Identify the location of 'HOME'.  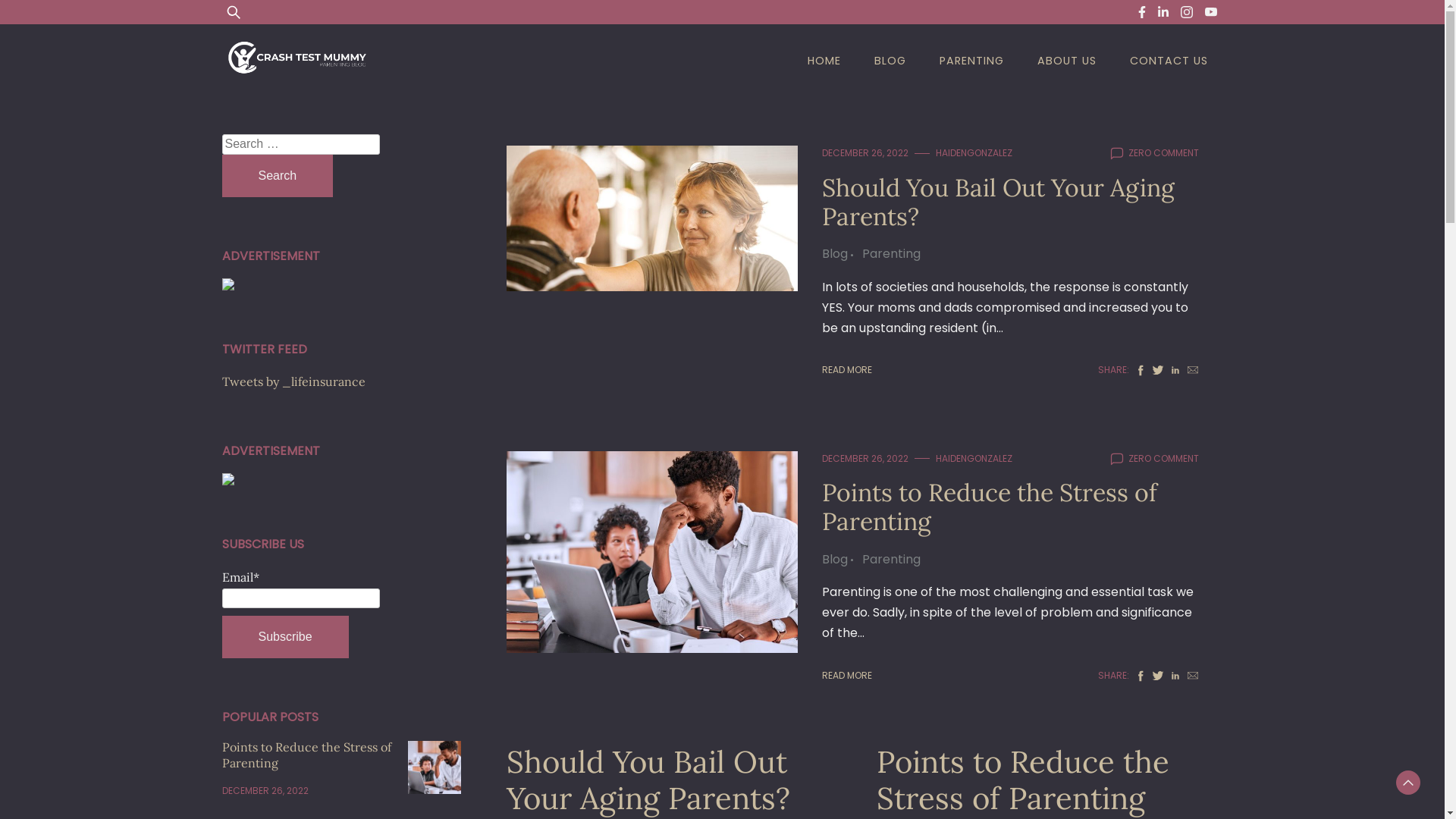
(822, 60).